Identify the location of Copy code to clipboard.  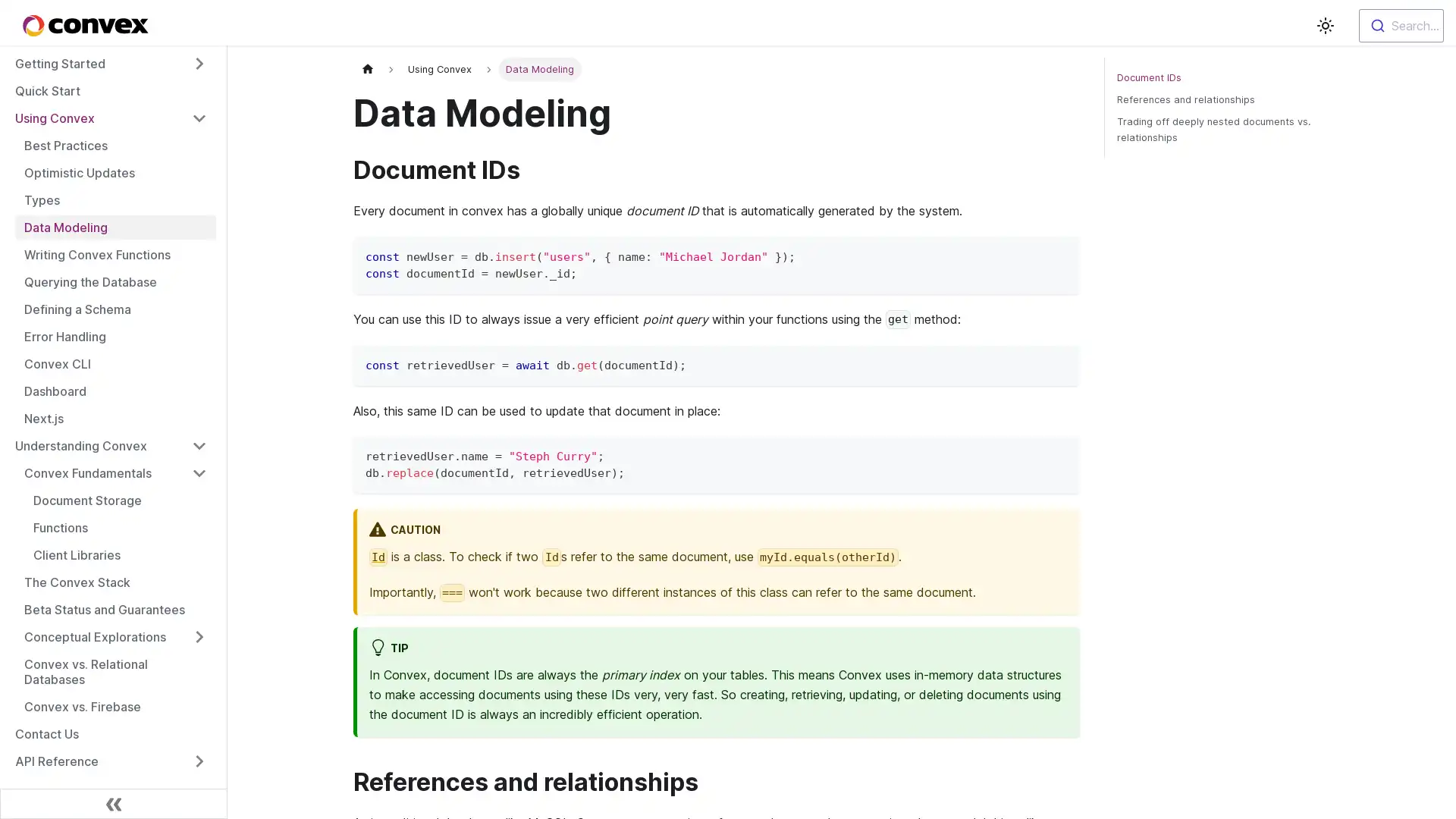
(1060, 362).